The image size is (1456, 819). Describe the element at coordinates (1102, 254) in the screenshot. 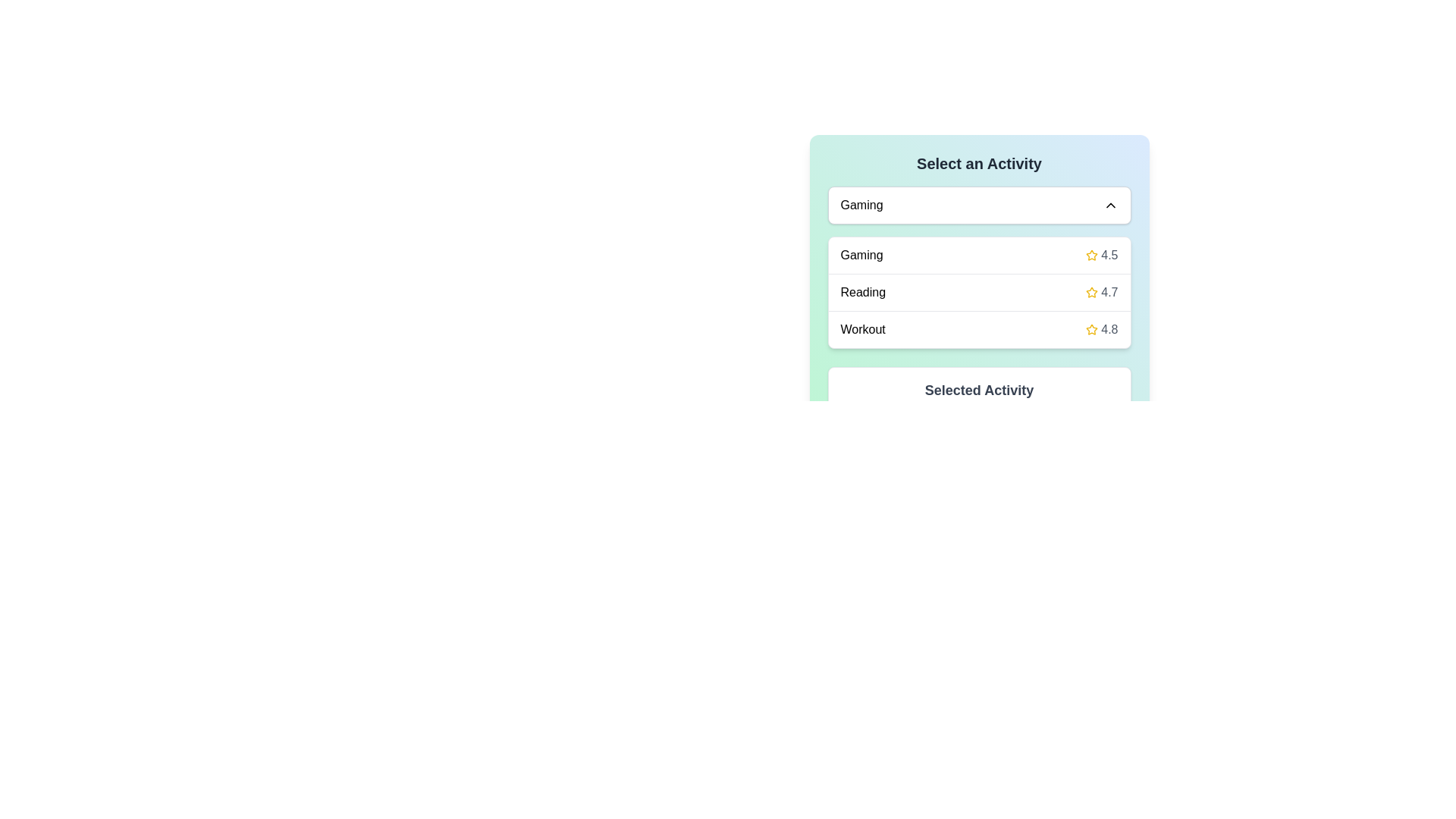

I see `the Rating display element associated with the 'Gaming' entry in the dropdown menu, located to the right of the 'Gaming' label` at that location.